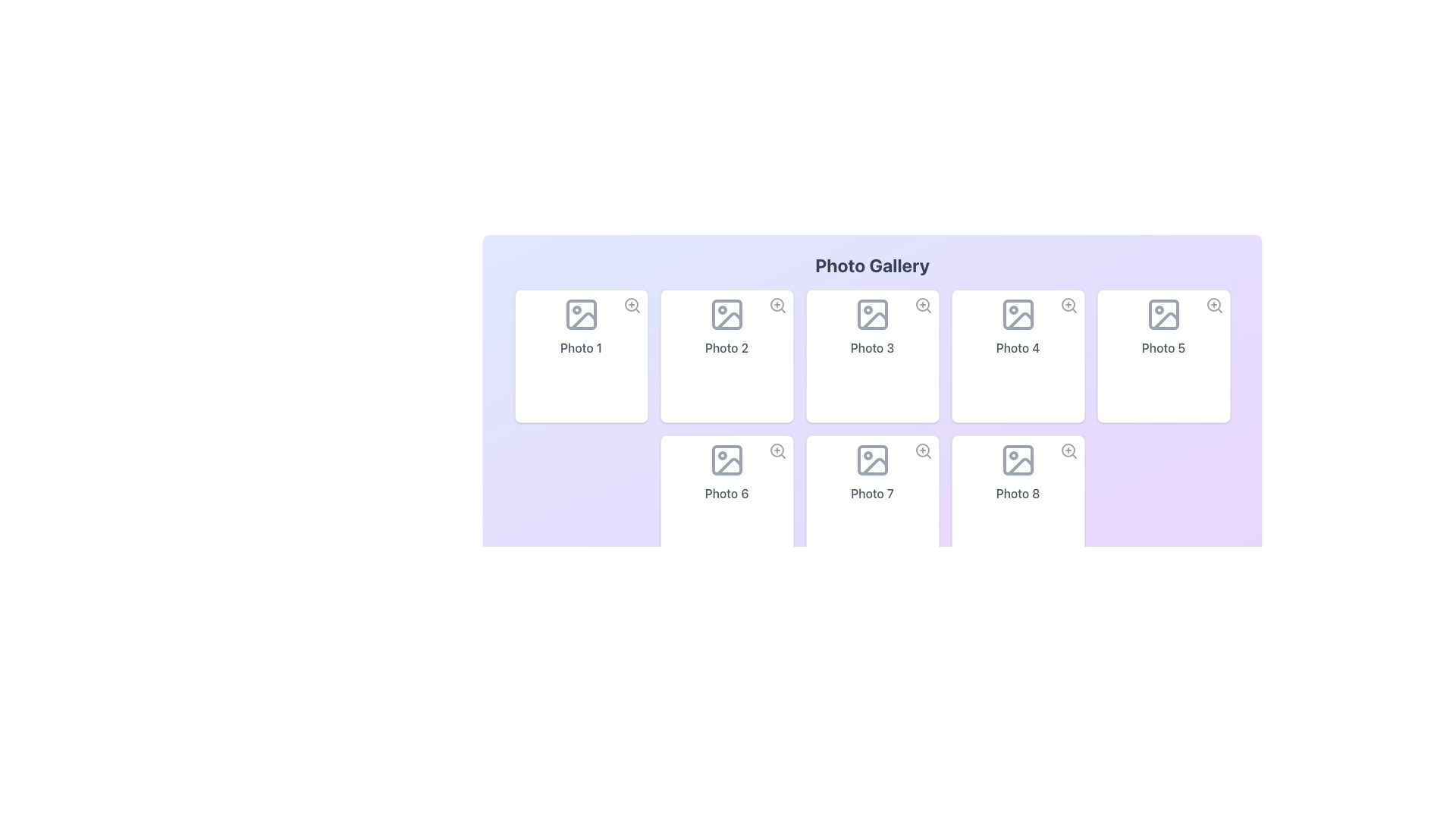  I want to click on to select the photo represented by the Card Element, which is the third tile in a row of five in the gallery layout, so click(872, 356).